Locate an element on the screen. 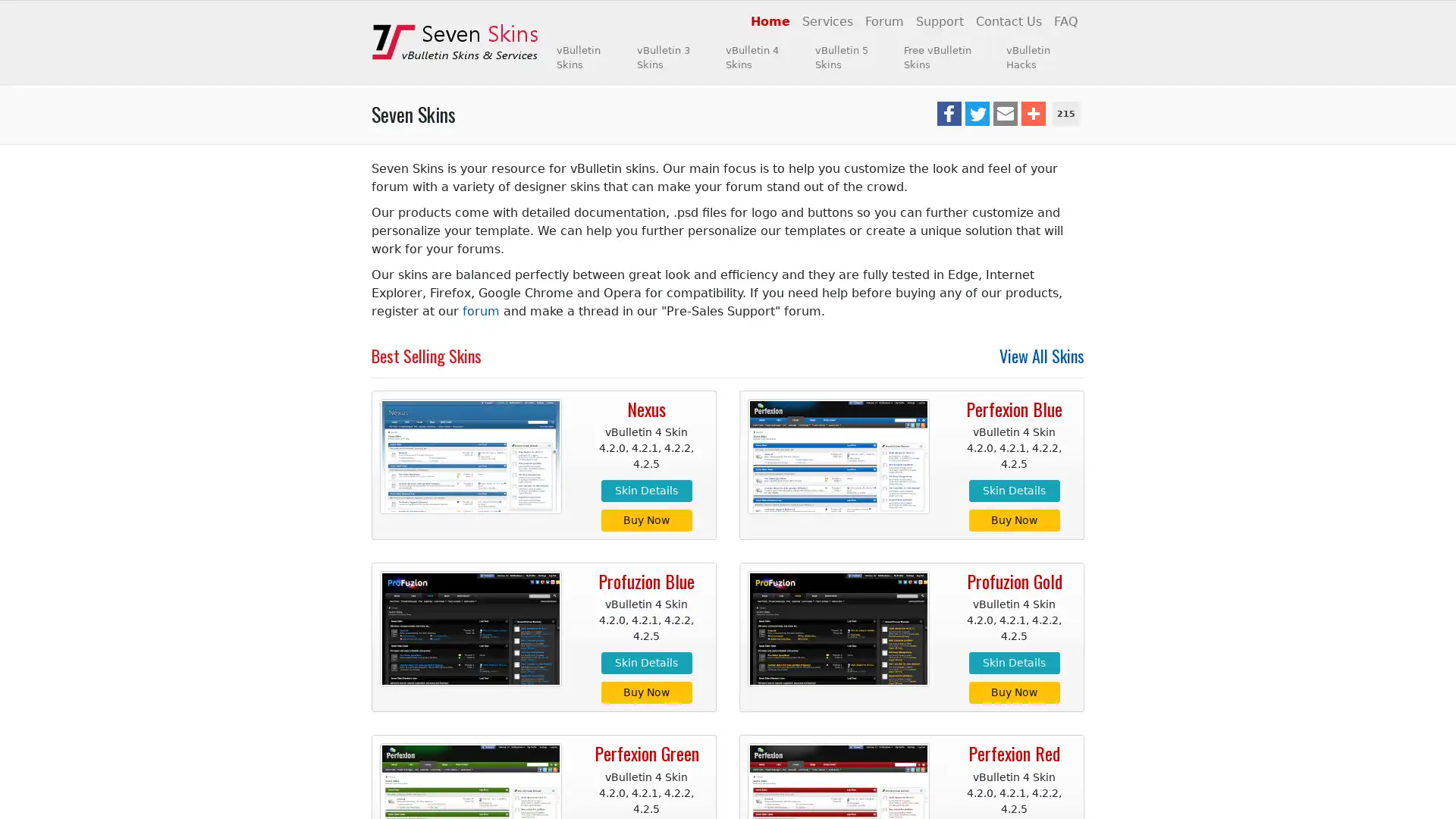 The image size is (1456, 819). Buy Now is located at coordinates (1014, 519).